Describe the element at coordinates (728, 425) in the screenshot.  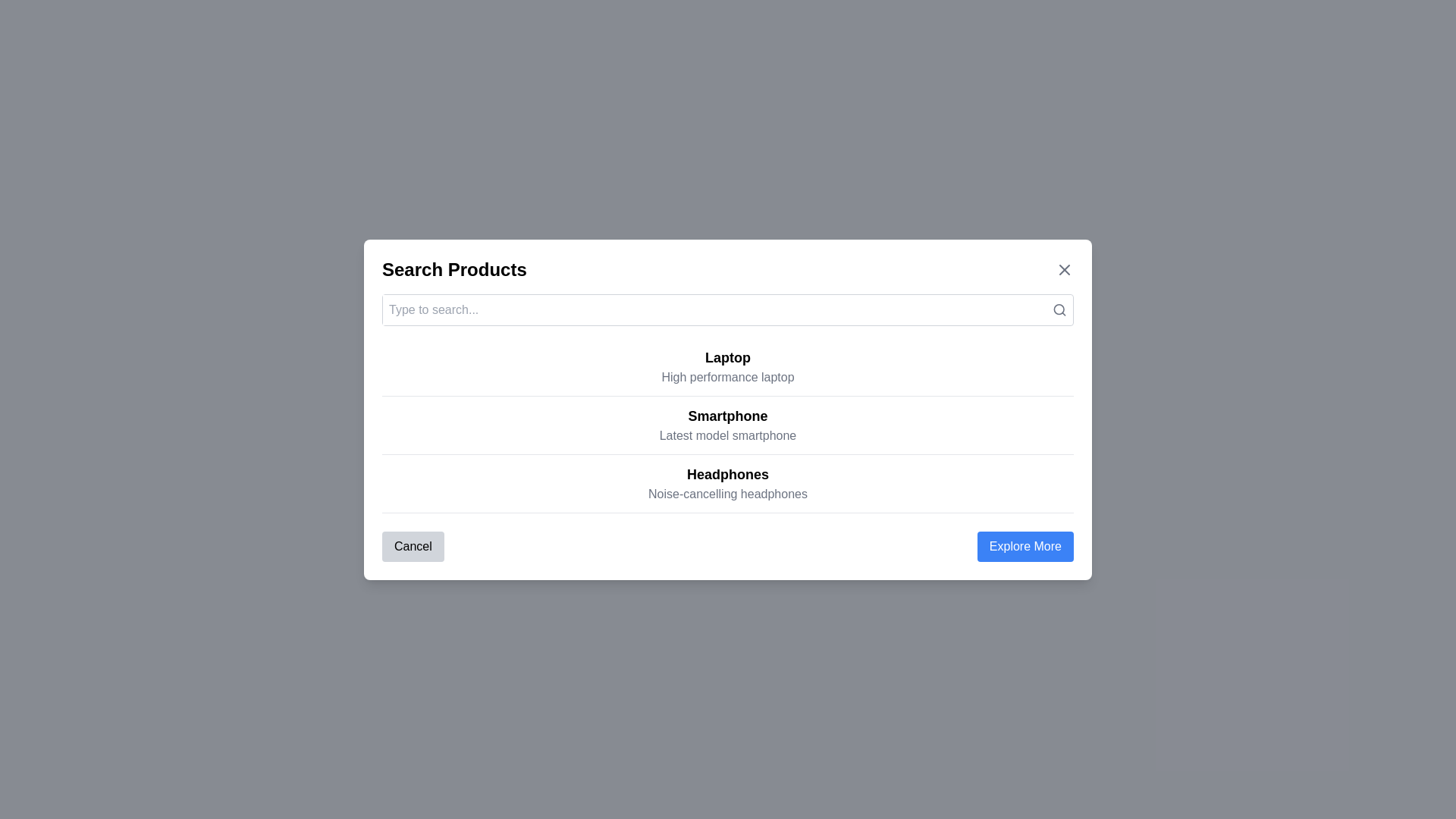
I see `a product from the list containing 'Laptop', 'Smartphone', and 'Headphones' located near the center of the modal window` at that location.